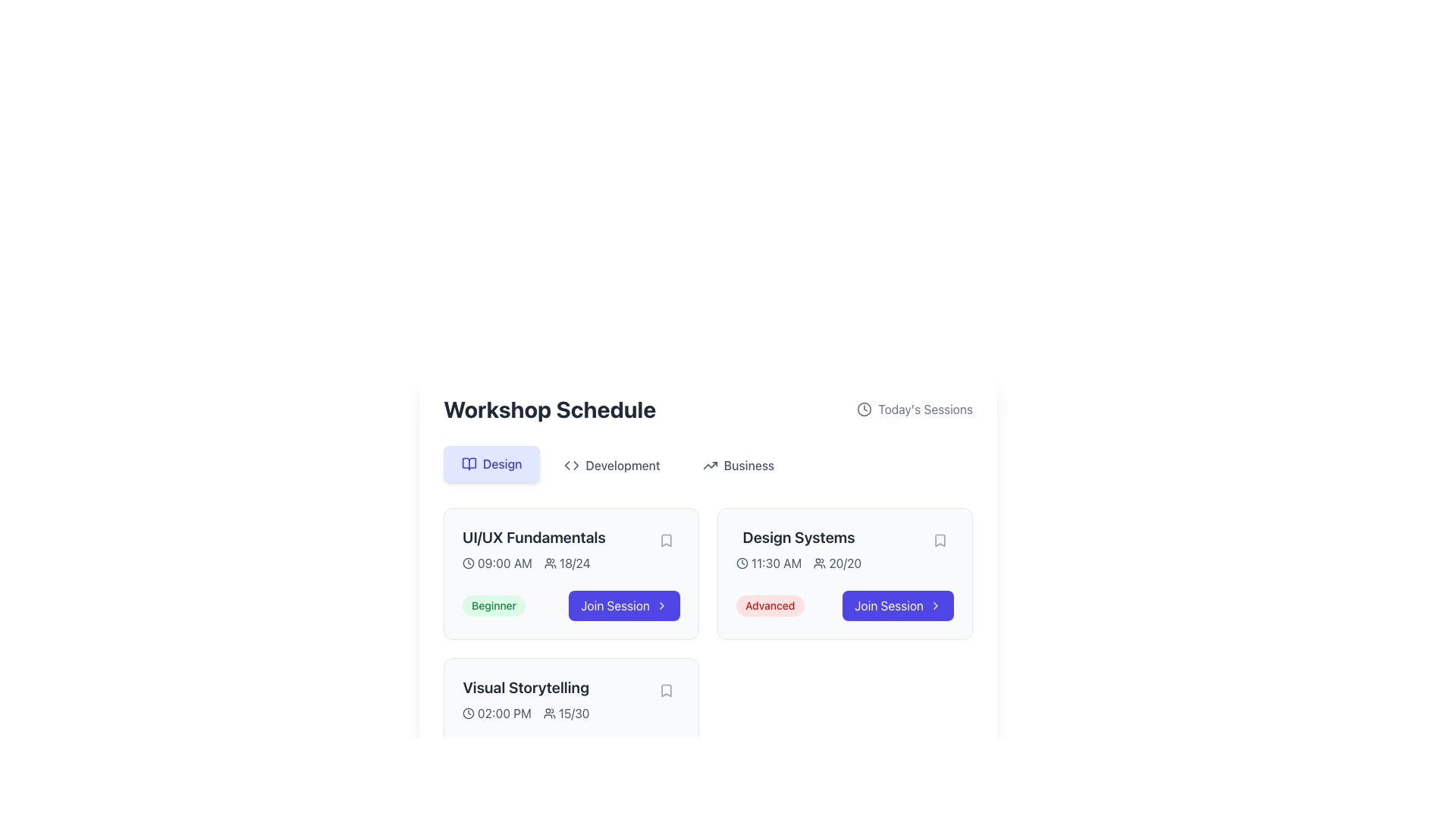 The height and width of the screenshot is (819, 1456). I want to click on the chevron-right icon located at the far right end of the 'Join Session' button on the 'Design Systems' card, so click(662, 604).